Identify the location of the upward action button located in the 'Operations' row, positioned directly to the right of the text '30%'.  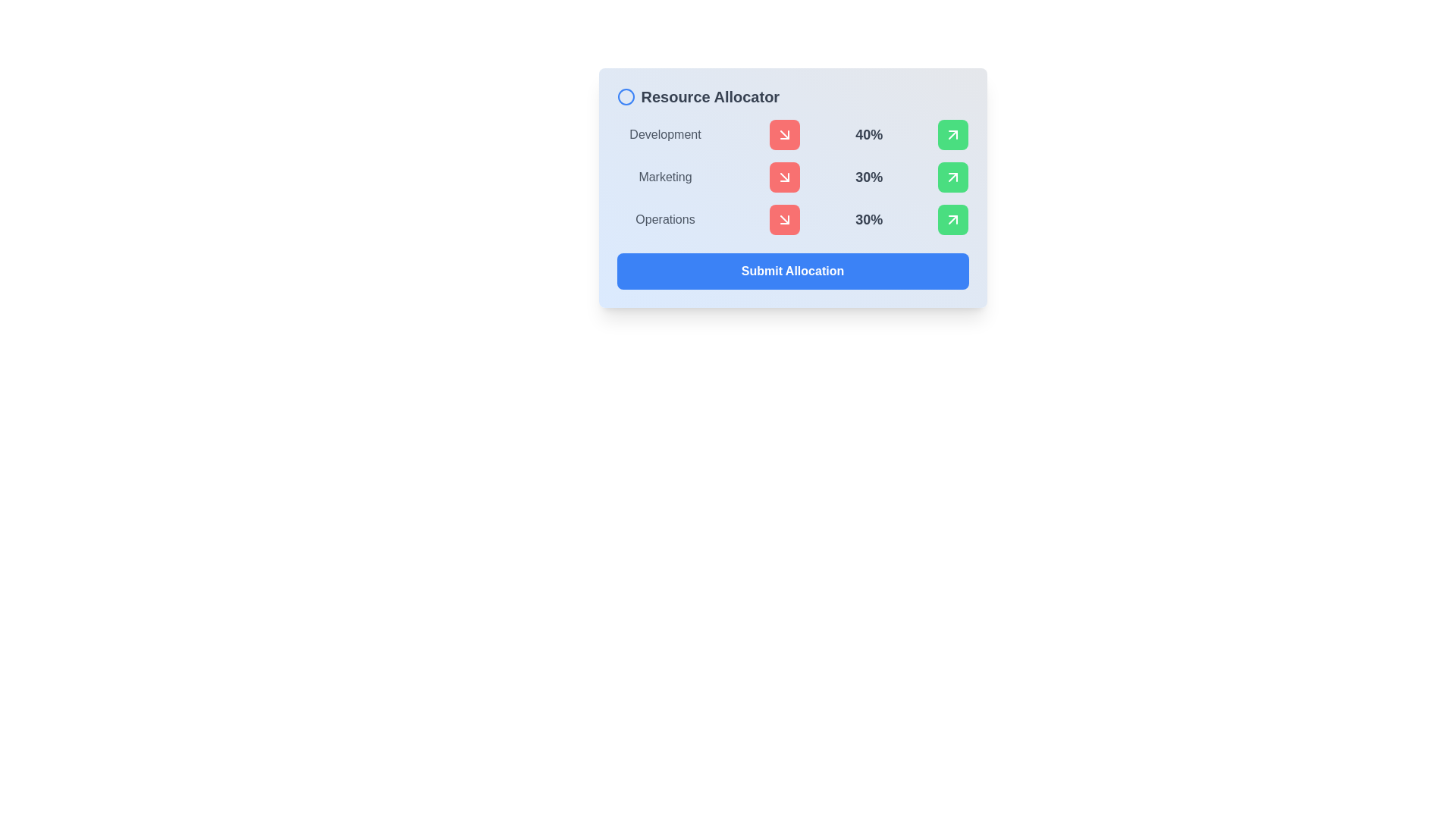
(952, 219).